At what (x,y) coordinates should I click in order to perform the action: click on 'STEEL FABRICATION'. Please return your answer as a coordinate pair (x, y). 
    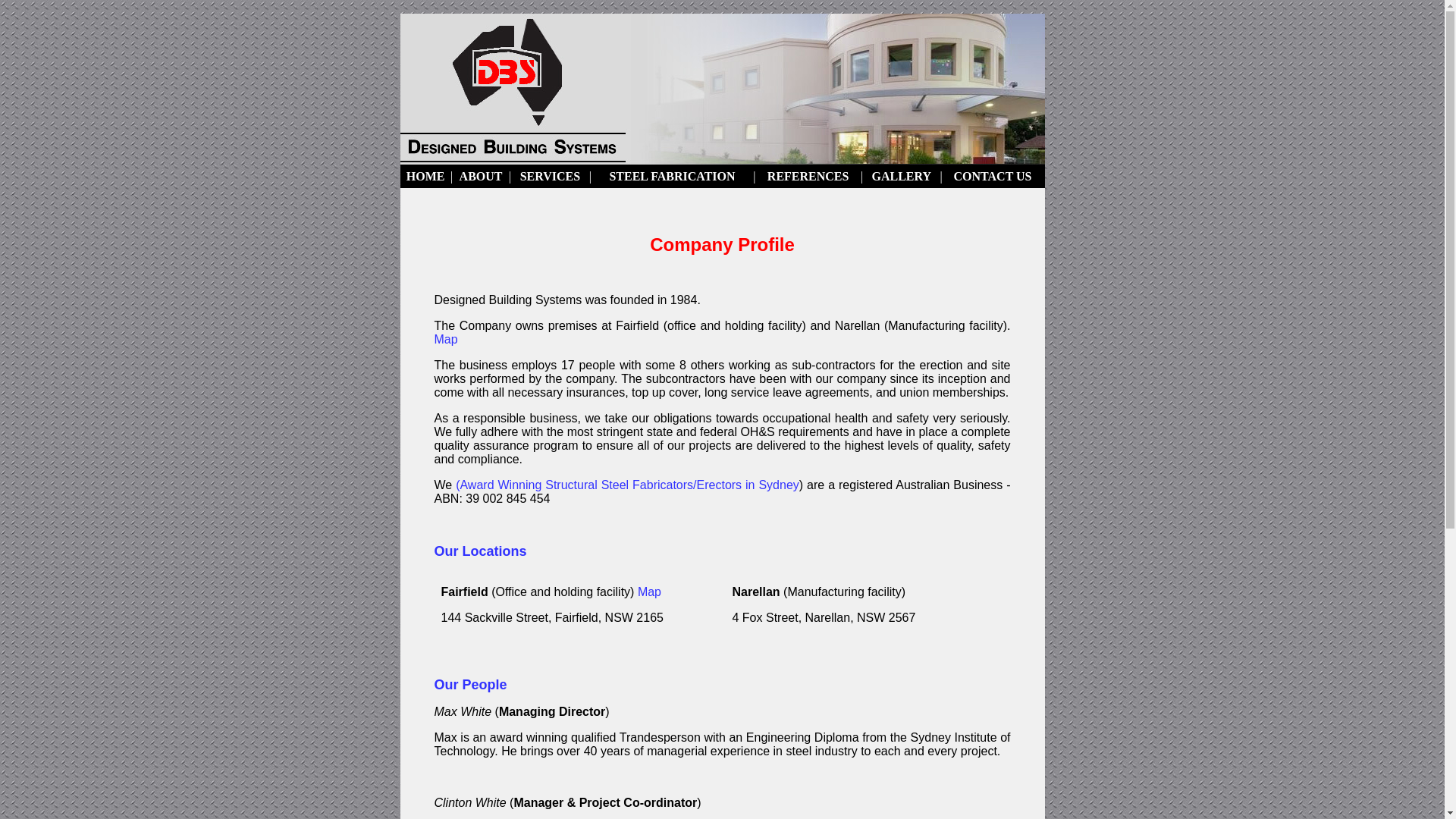
    Looking at the image, I should click on (608, 175).